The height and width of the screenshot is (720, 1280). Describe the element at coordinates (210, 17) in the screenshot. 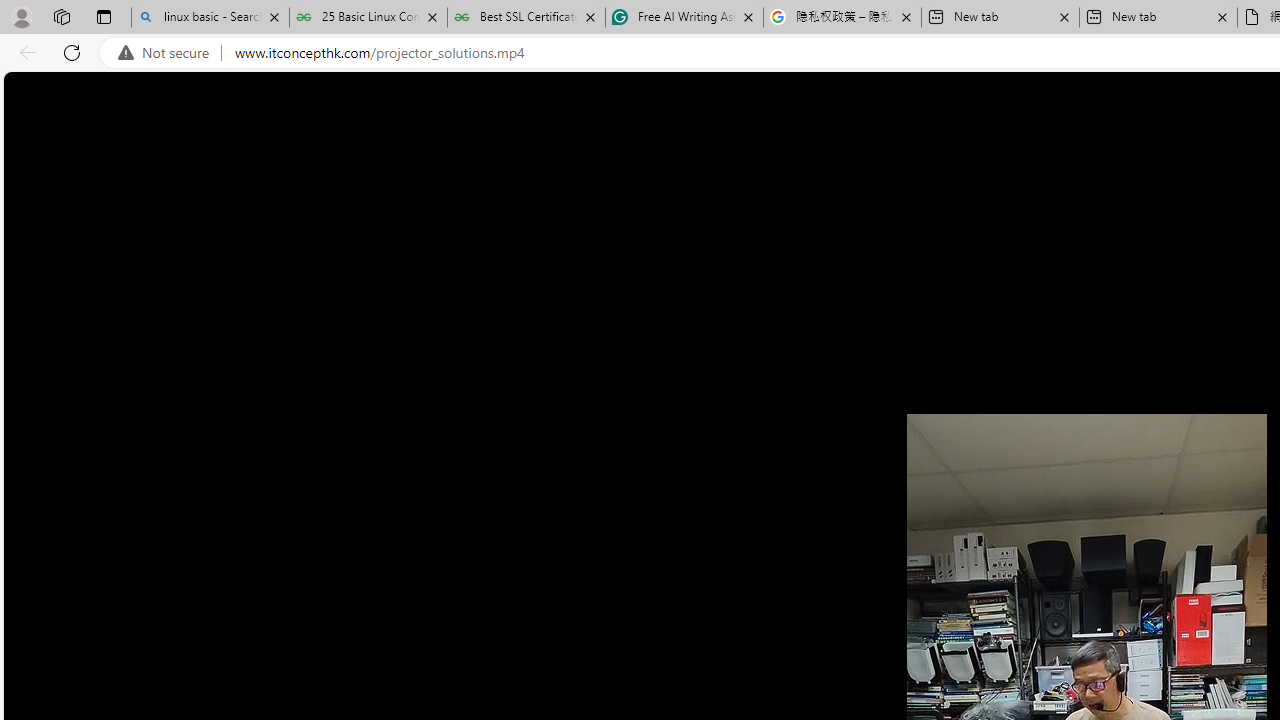

I see `'linux basic - Search'` at that location.